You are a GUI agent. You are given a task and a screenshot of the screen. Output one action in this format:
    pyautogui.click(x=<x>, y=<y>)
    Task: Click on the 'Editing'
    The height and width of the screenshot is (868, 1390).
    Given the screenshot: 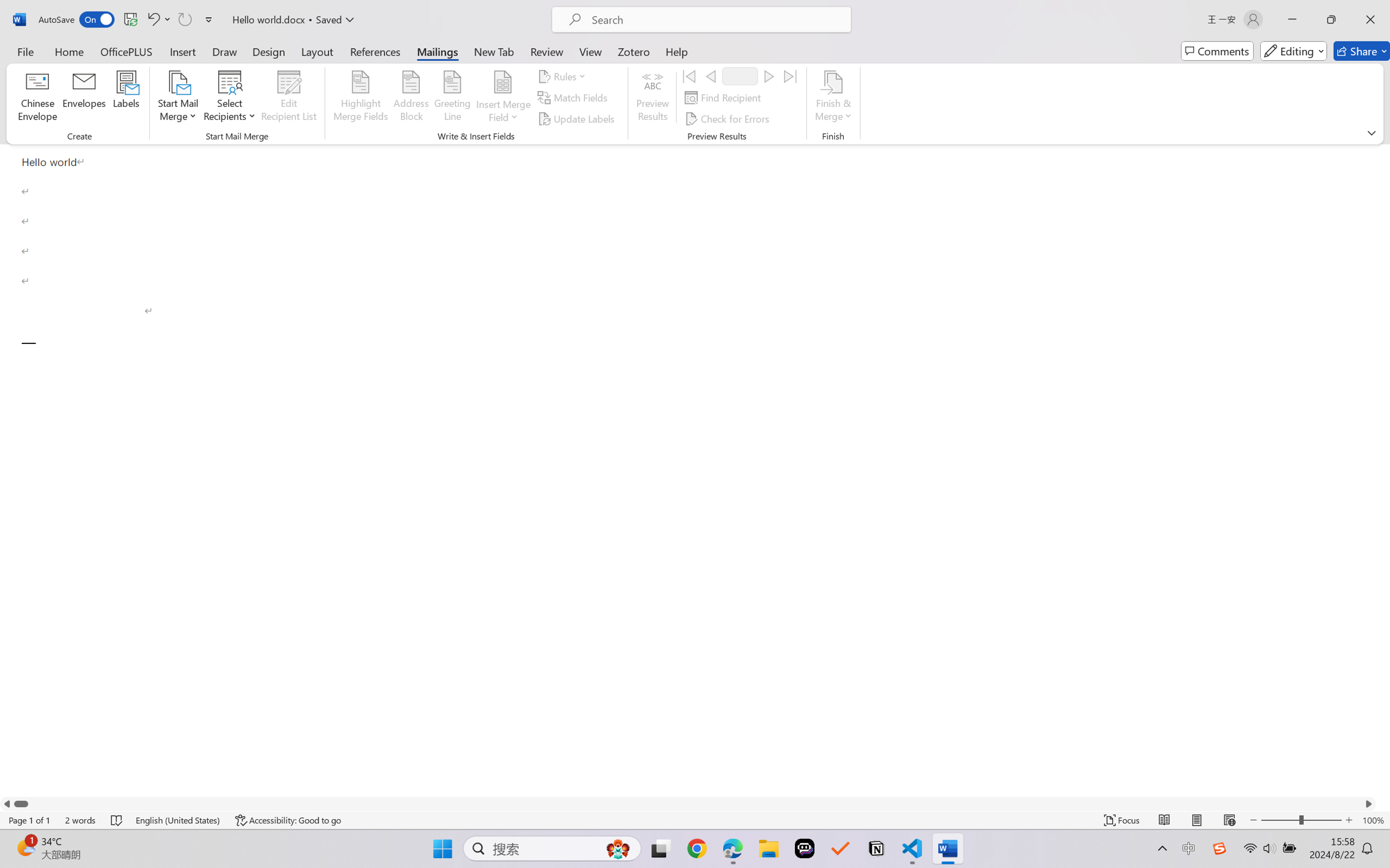 What is the action you would take?
    pyautogui.click(x=1294, y=51)
    